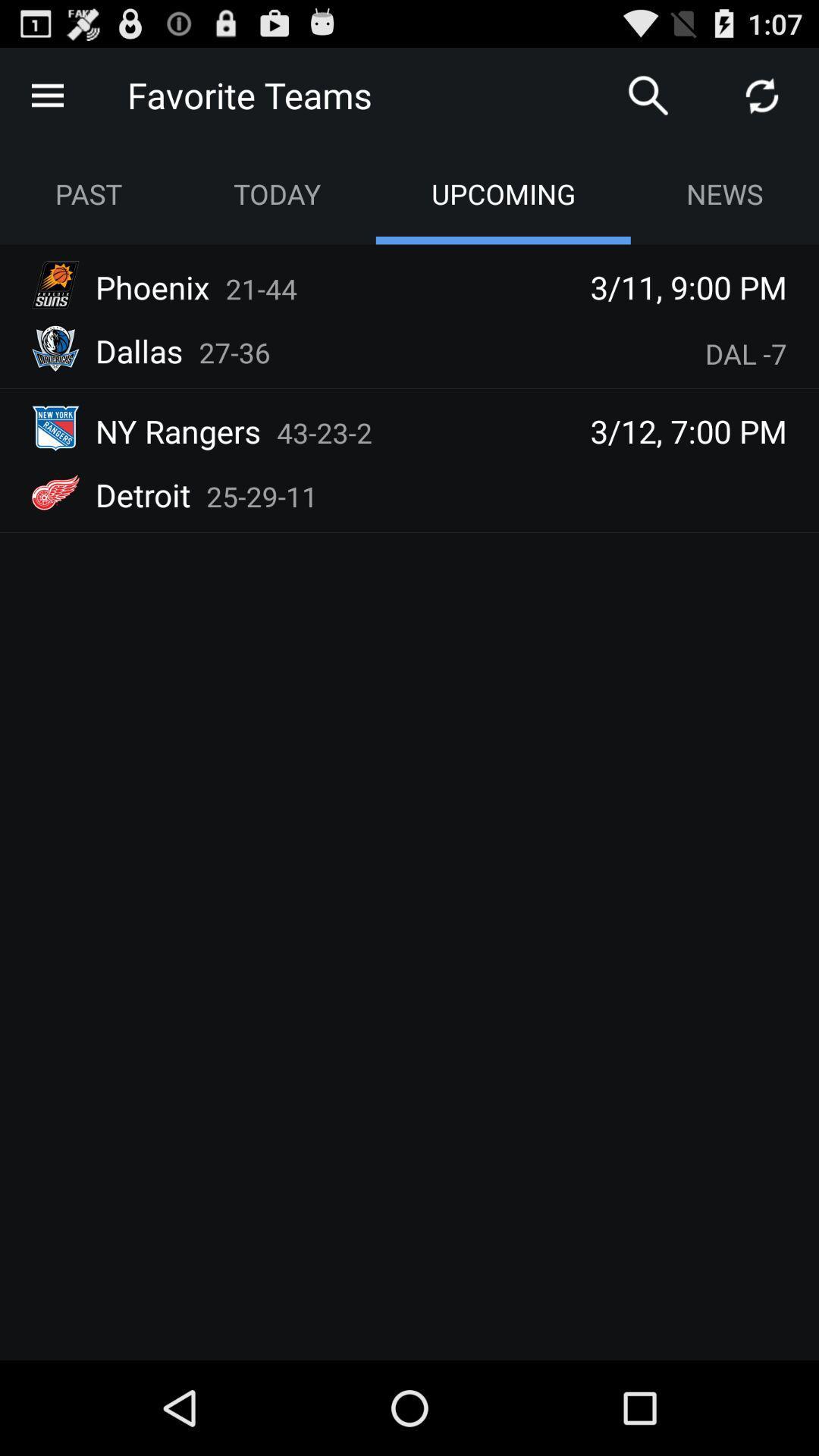  I want to click on the 21-44 app, so click(260, 288).